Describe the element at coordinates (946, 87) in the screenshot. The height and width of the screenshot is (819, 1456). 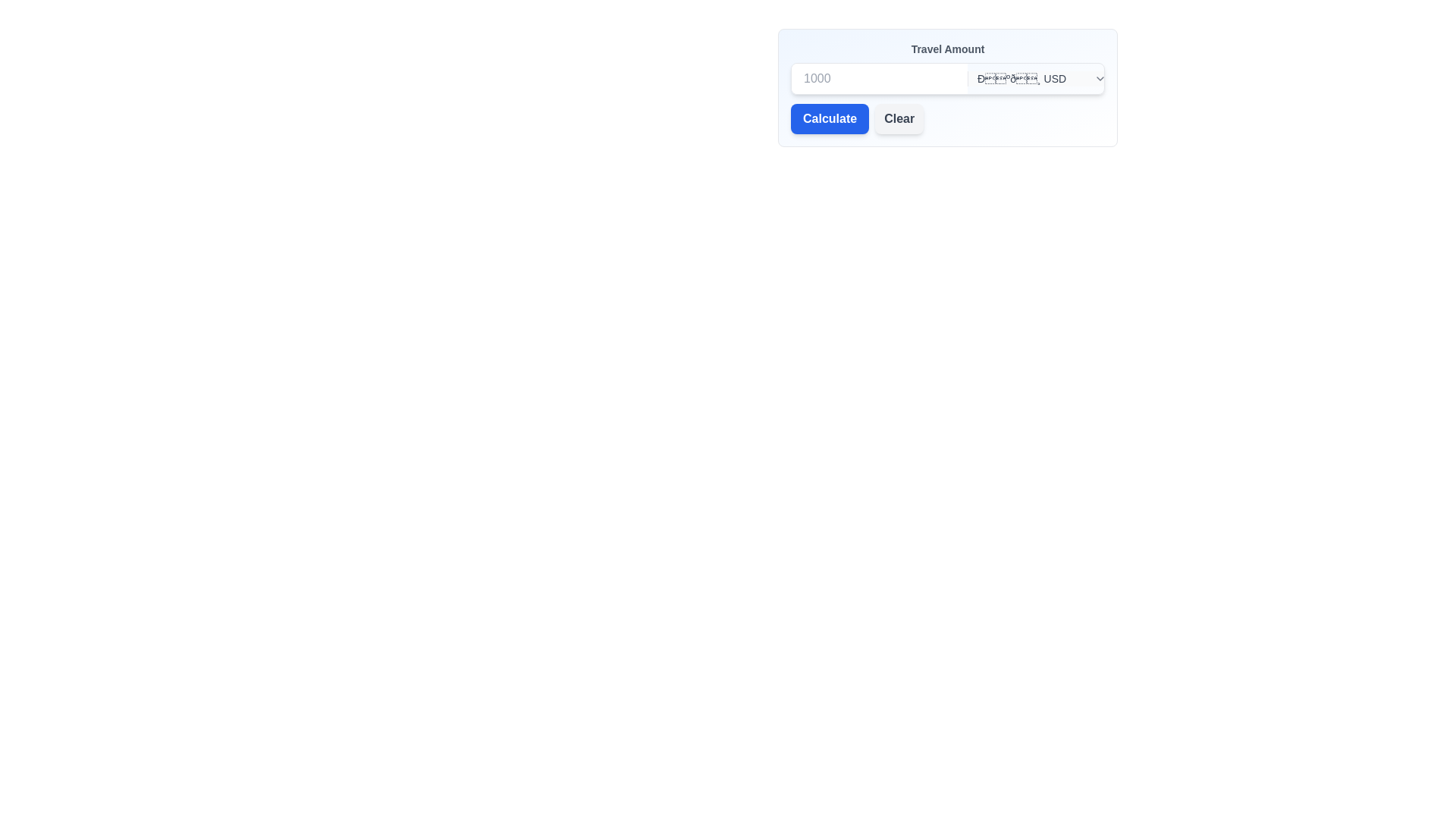
I see `the Dropdown menu located within the 'Travel Amount' section, which features a white background and rounded corners` at that location.